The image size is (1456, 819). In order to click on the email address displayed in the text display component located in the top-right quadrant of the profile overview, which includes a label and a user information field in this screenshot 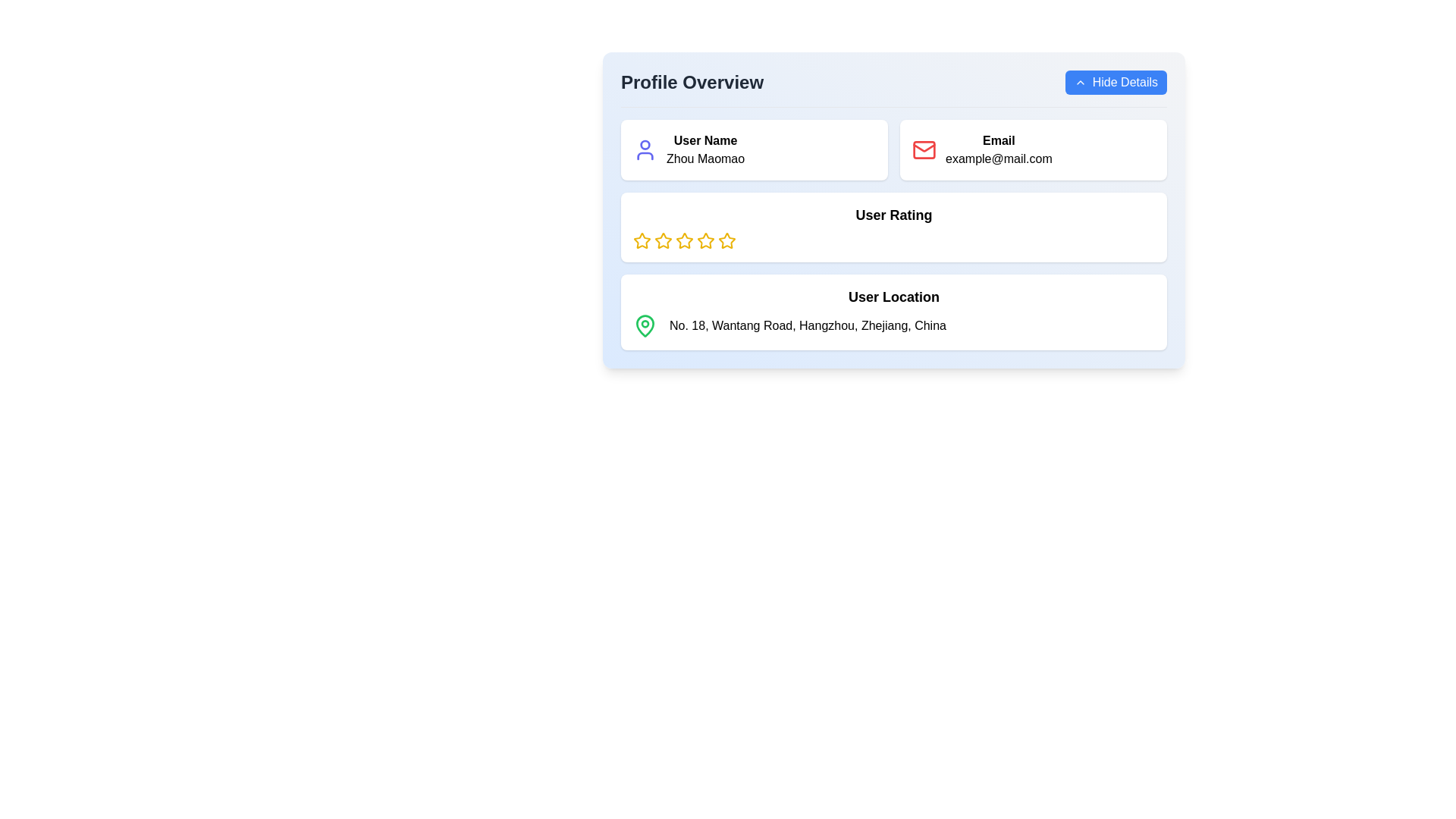, I will do `click(999, 149)`.